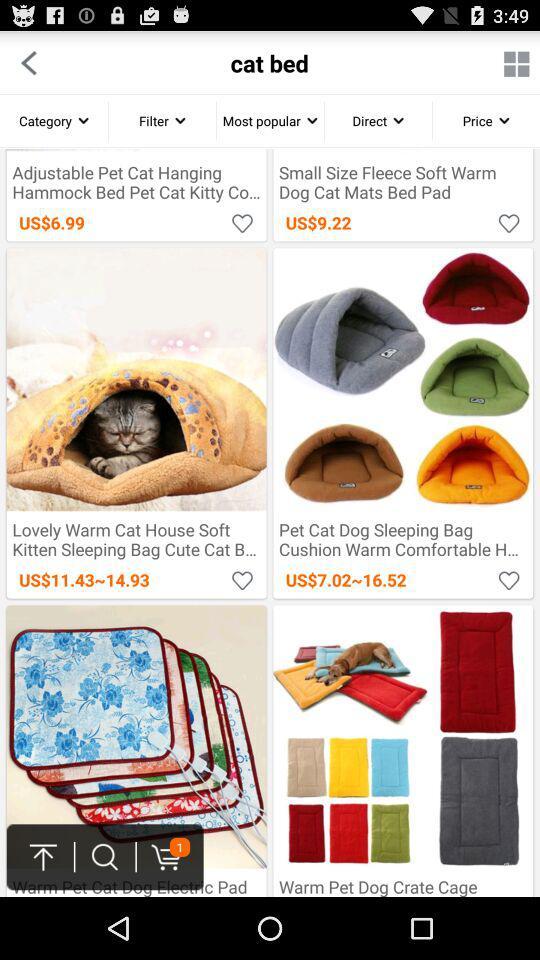  I want to click on the arrow_backward icon, so click(27, 67).